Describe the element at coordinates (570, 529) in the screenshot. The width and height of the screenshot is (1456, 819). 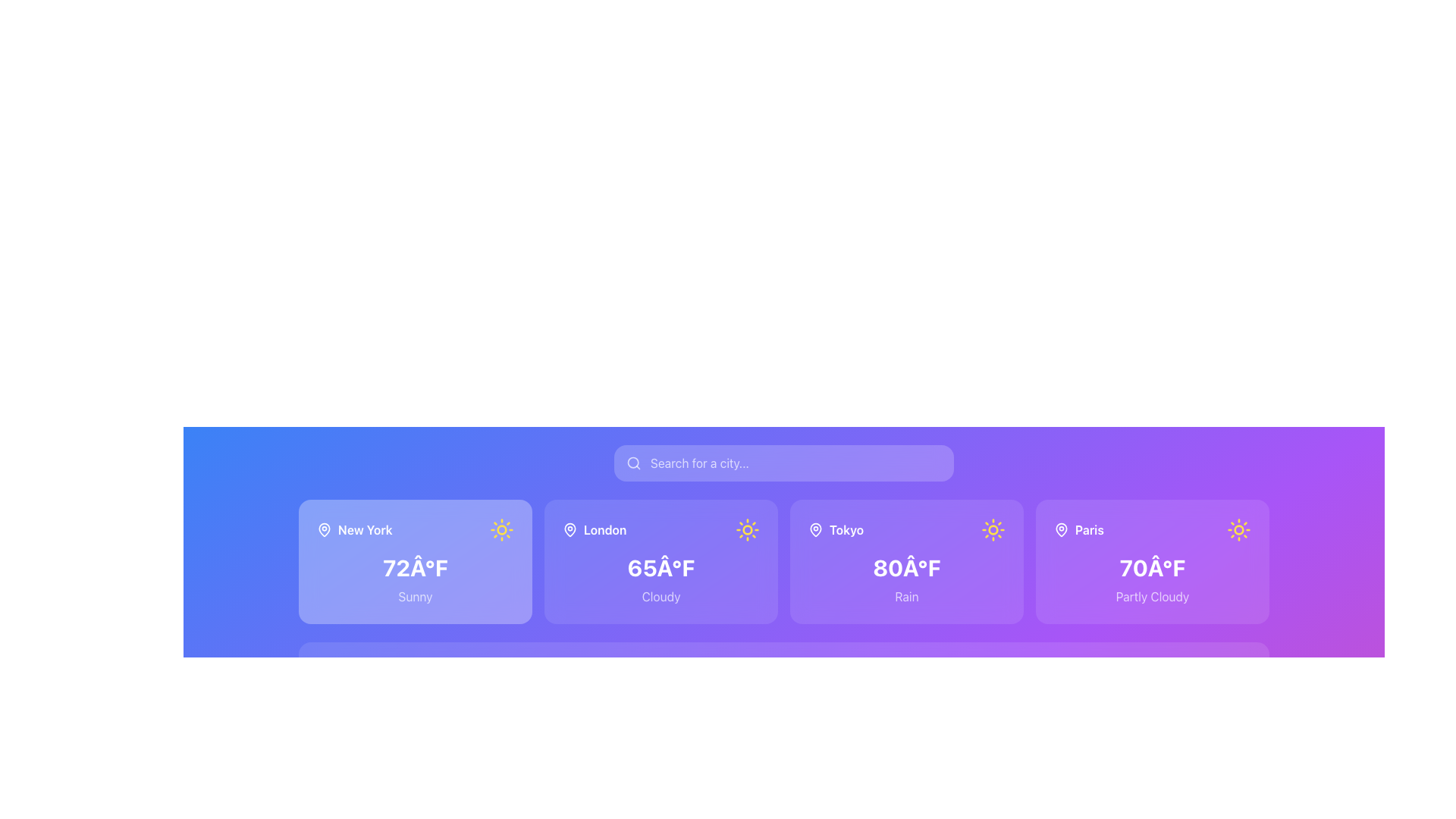
I see `the map pin icon located to the left of the text 'London' within the second weather card` at that location.